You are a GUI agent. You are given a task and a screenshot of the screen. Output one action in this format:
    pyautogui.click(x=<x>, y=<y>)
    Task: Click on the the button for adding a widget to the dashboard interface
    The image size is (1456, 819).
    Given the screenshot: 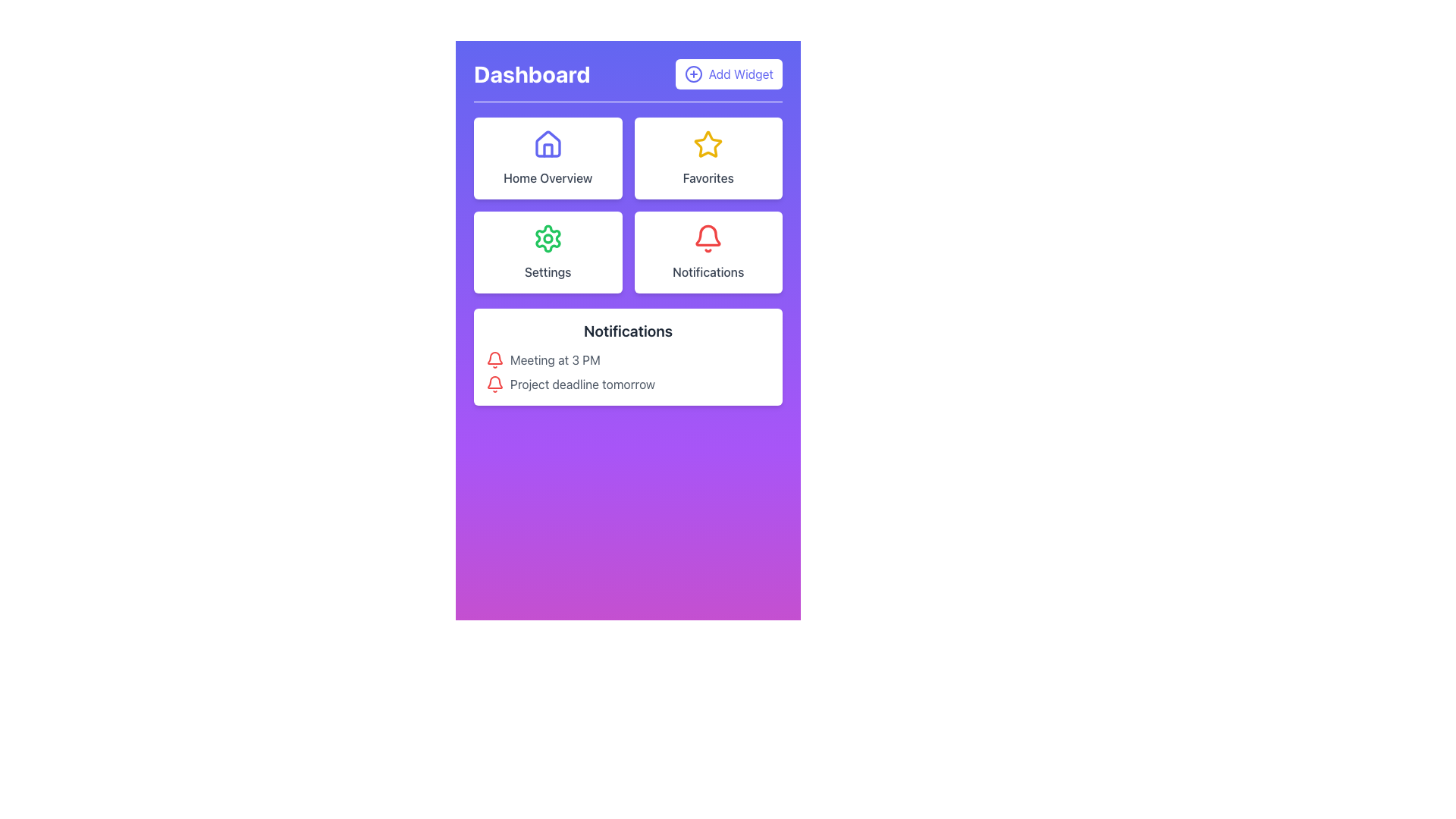 What is the action you would take?
    pyautogui.click(x=729, y=74)
    